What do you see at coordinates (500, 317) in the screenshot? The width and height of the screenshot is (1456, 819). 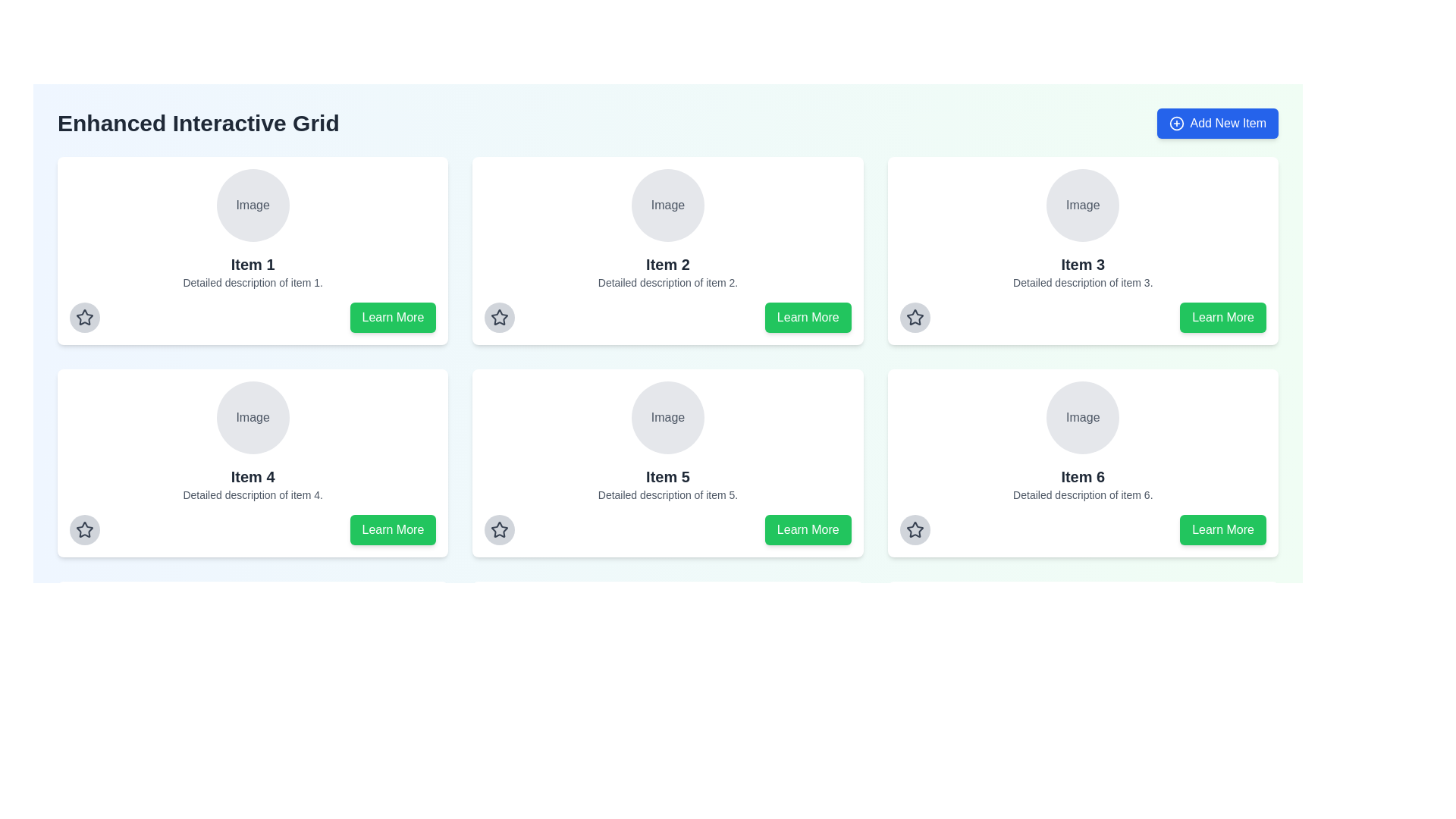 I see `the circular toggle button located in the bottom-left corner of the 'Item 2' panel` at bounding box center [500, 317].